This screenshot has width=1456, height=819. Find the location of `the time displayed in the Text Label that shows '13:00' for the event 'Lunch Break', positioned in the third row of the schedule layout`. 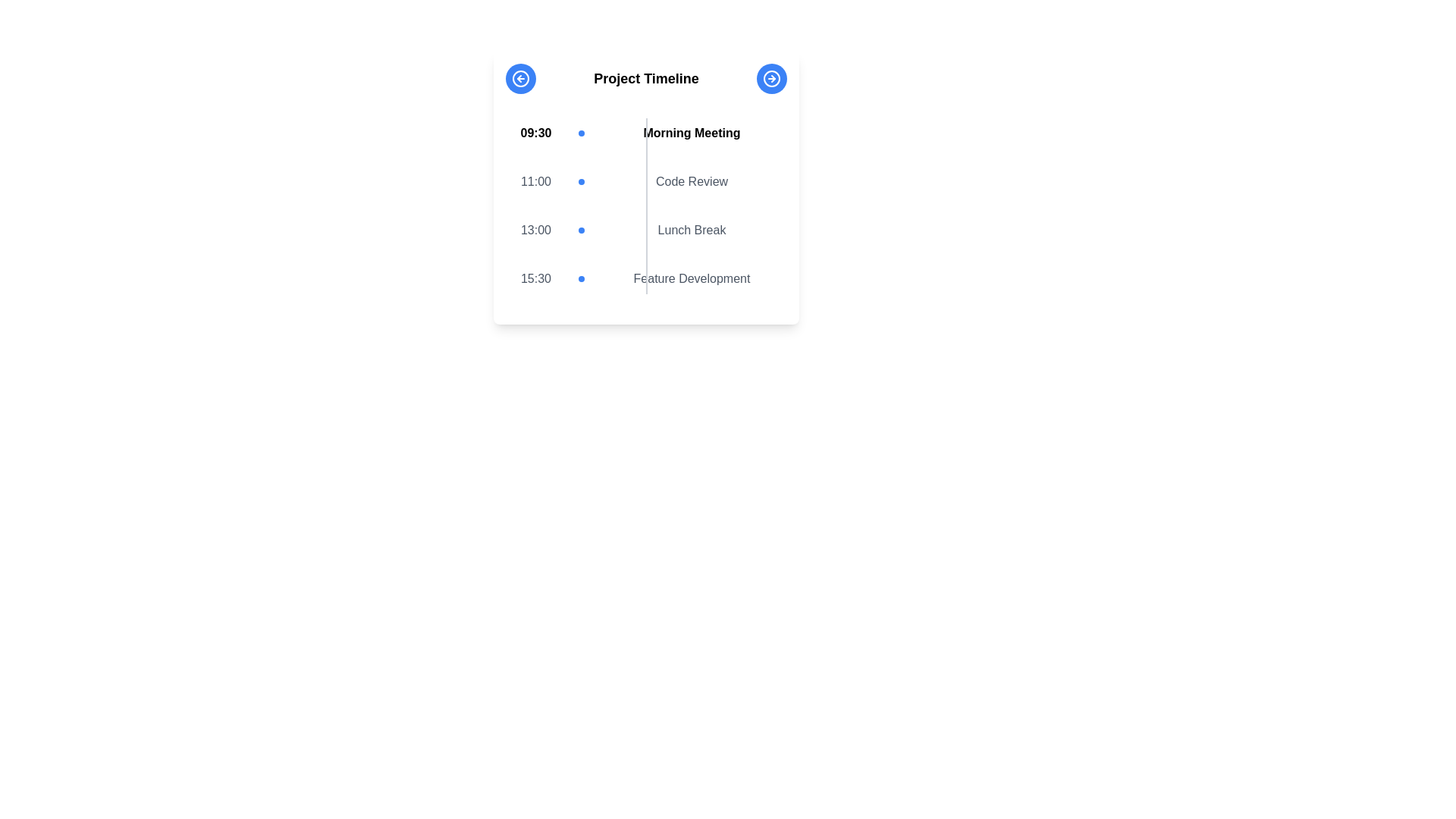

the time displayed in the Text Label that shows '13:00' for the event 'Lunch Break', positioned in the third row of the schedule layout is located at coordinates (535, 231).